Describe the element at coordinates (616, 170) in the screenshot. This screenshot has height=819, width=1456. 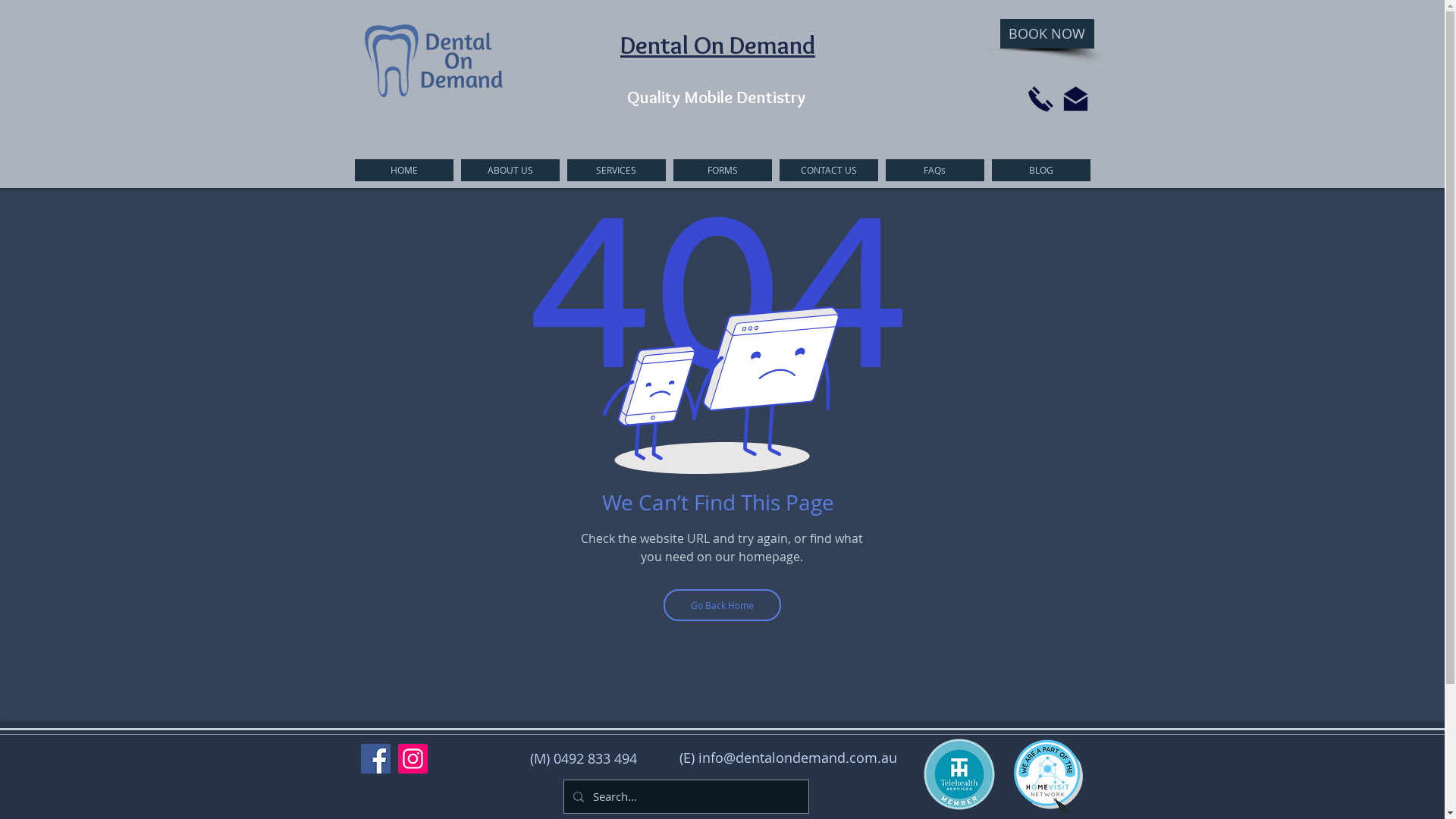
I see `'SERVICES'` at that location.